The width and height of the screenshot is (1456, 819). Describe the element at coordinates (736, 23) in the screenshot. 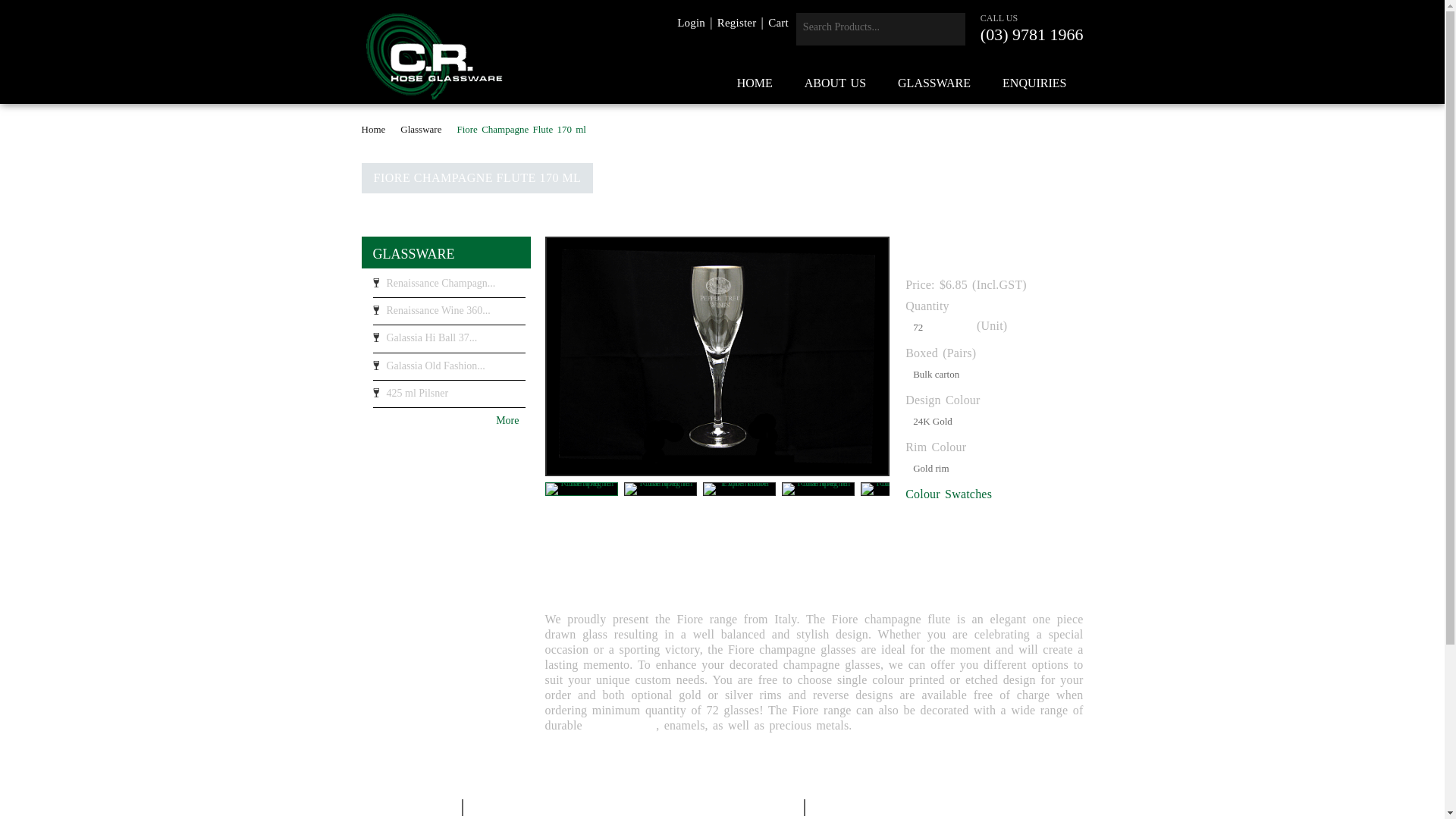

I see `'Register'` at that location.